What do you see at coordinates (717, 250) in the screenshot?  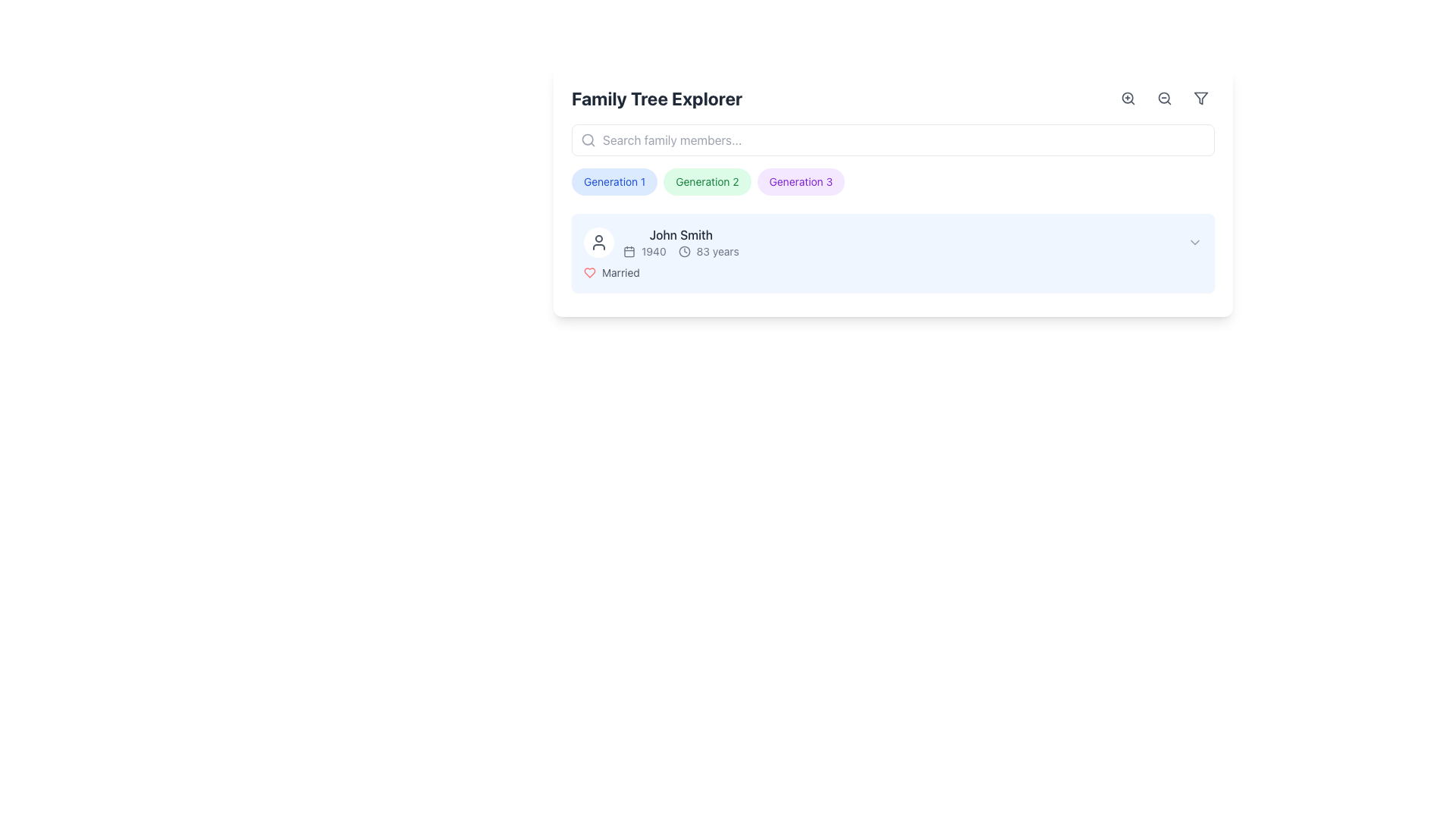 I see `displayed text from the Text label showing the age of 'John Smith', which is located after a clock icon and '1940'` at bounding box center [717, 250].